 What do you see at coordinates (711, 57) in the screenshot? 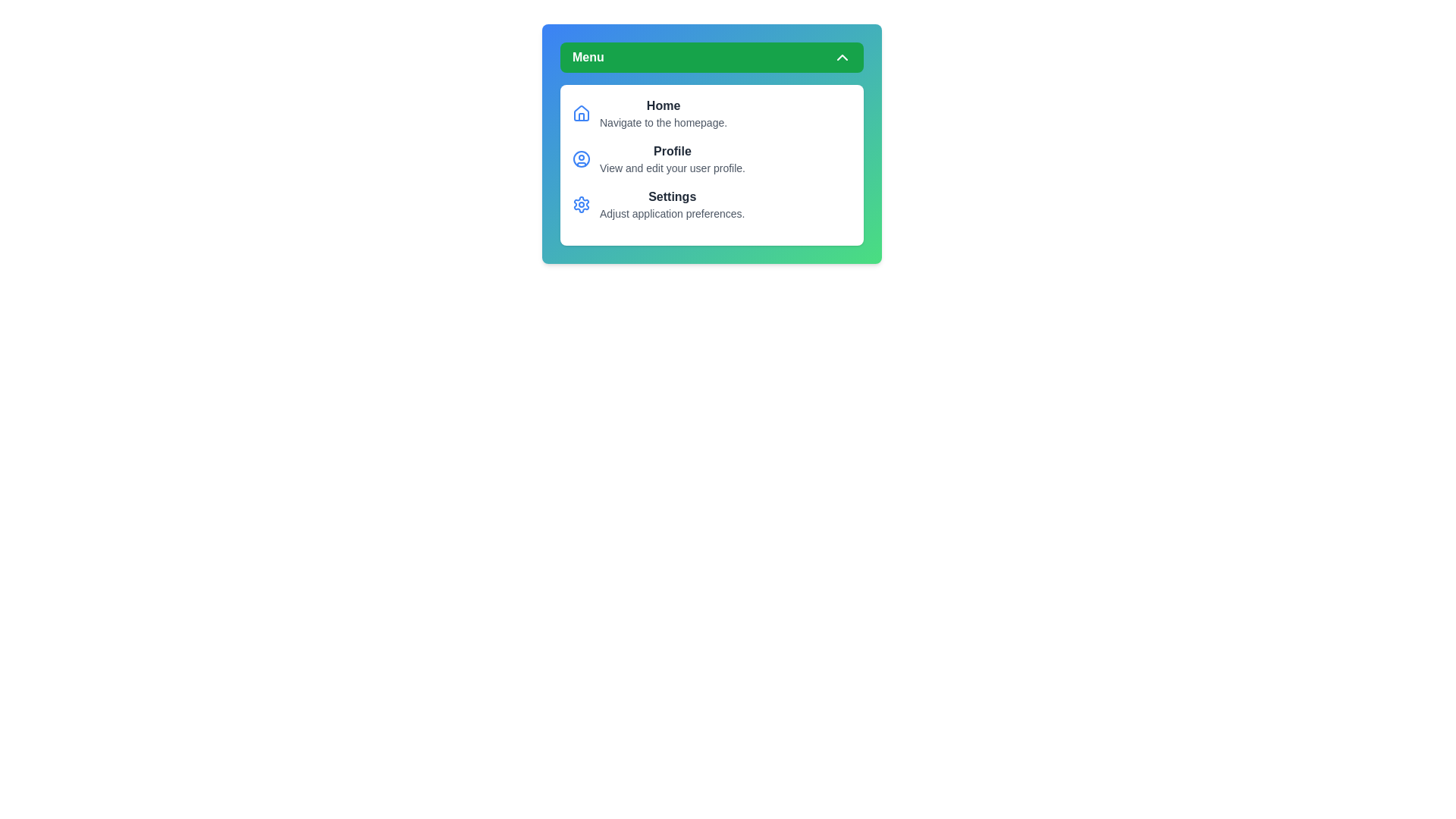
I see `the 'Menu' button to toggle the menu's visibility` at bounding box center [711, 57].